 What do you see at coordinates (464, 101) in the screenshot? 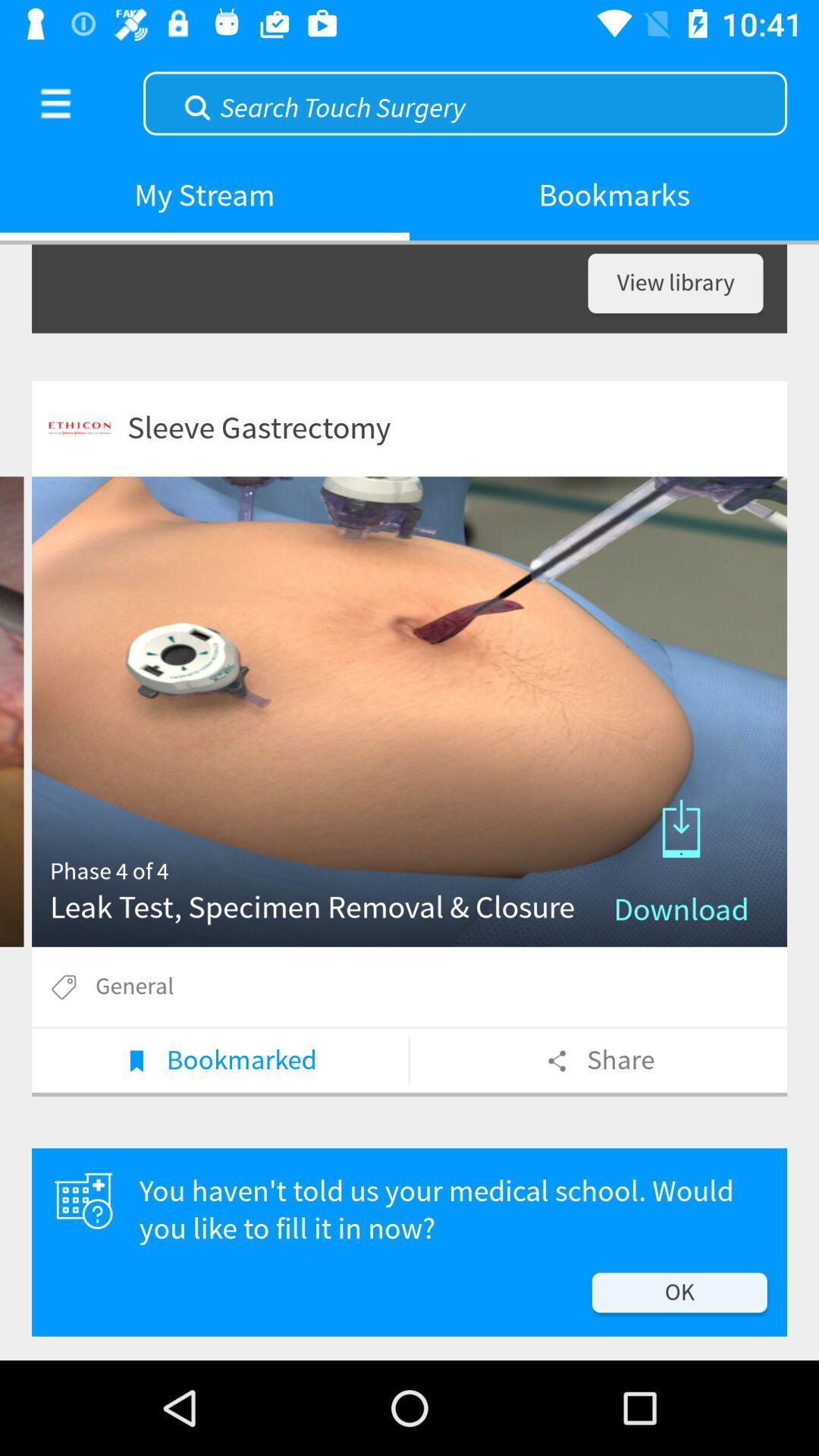
I see `search field` at bounding box center [464, 101].